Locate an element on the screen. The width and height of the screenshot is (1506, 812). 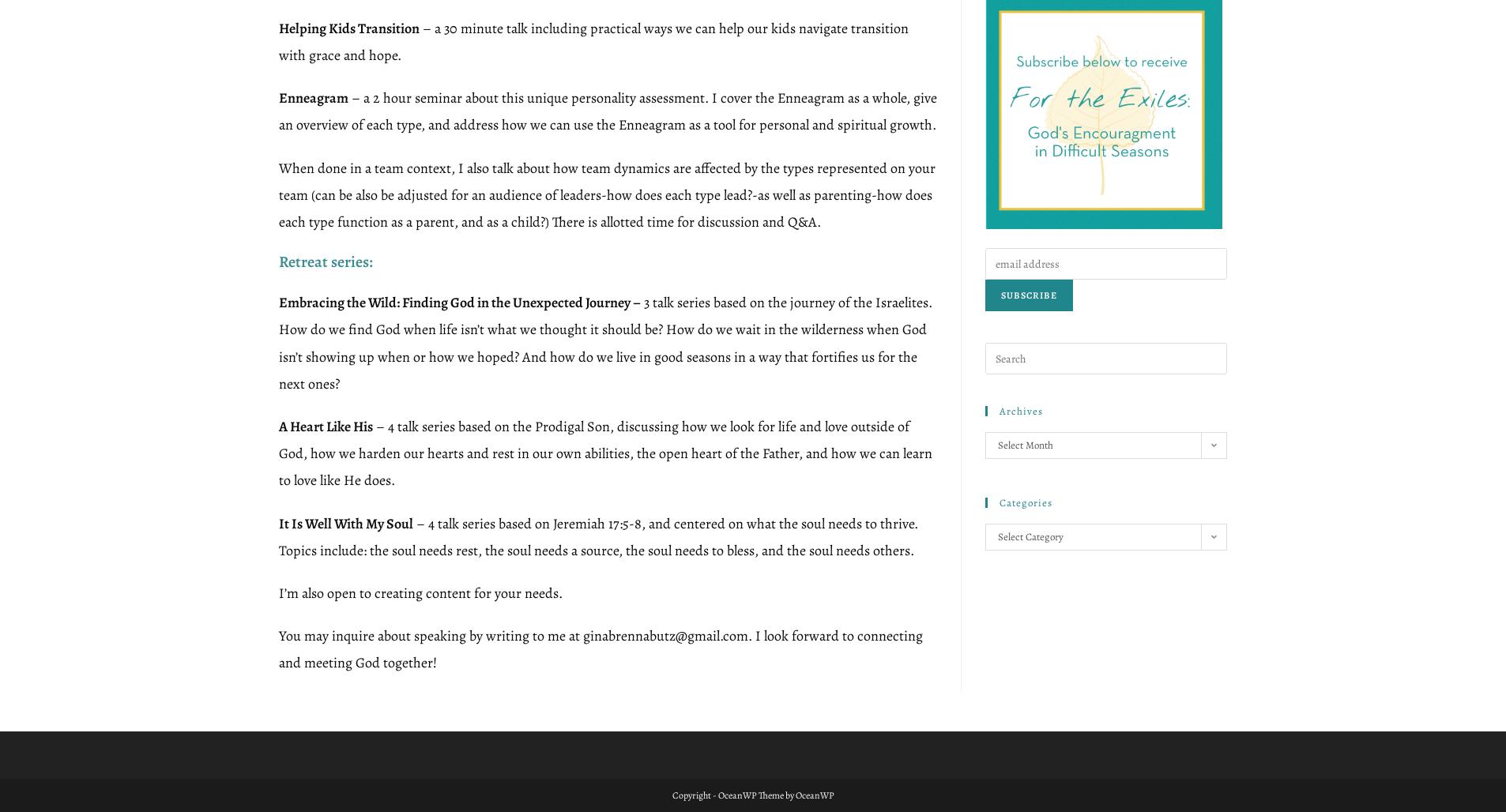
'Retreat series:' is located at coordinates (325, 261).